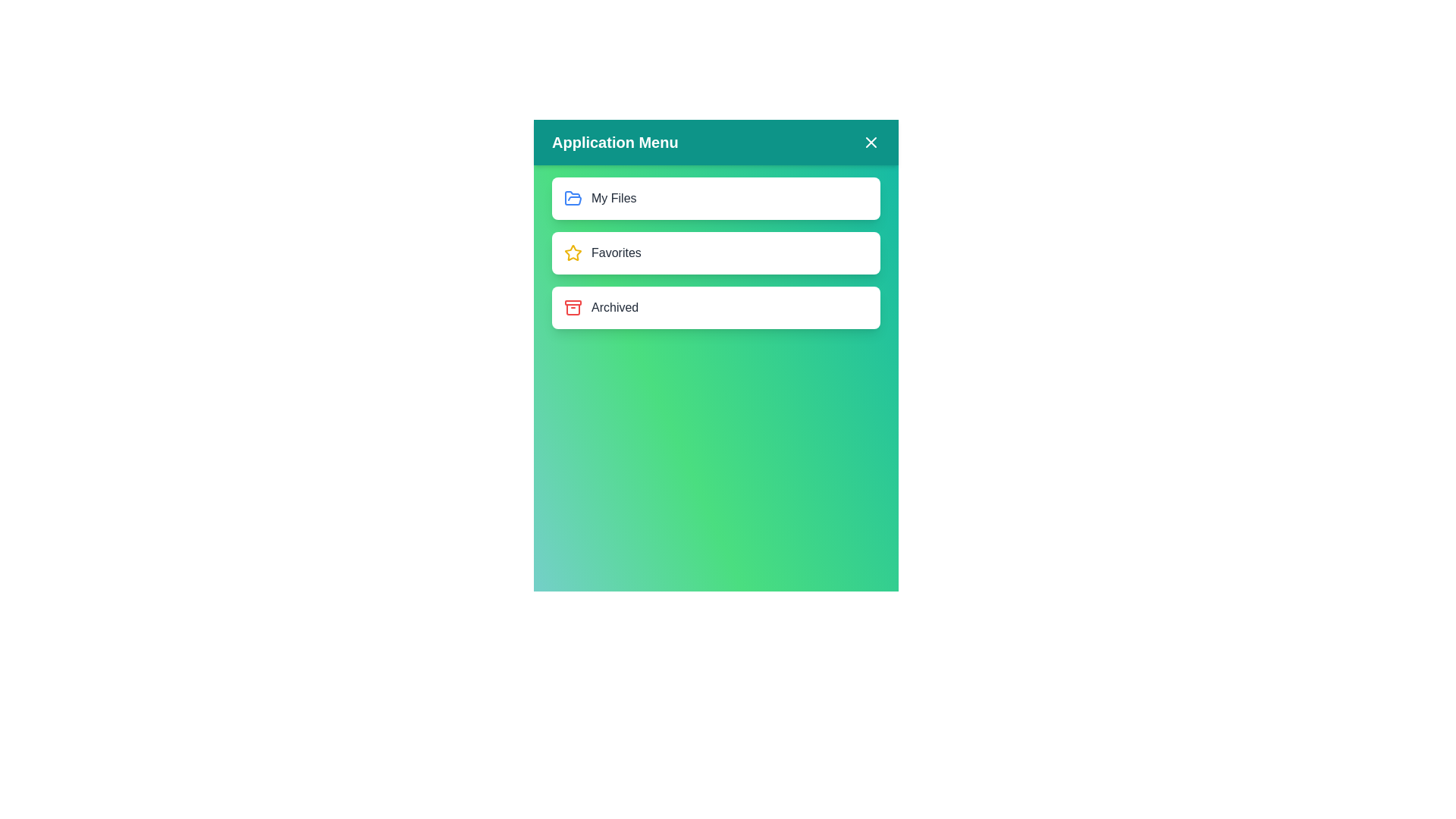  What do you see at coordinates (572, 198) in the screenshot?
I see `the icon of the menu item My Files` at bounding box center [572, 198].